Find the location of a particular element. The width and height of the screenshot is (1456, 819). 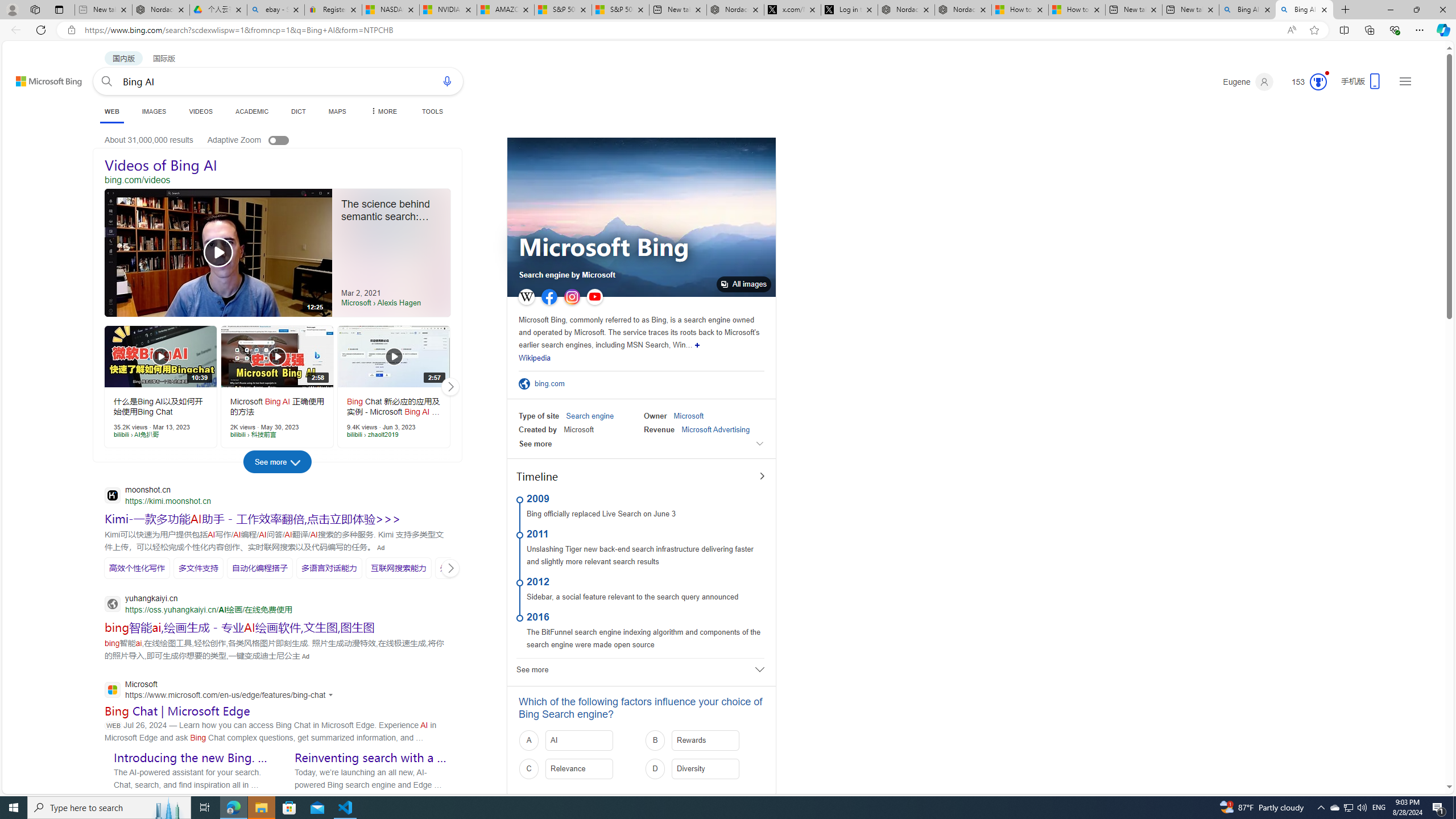

'D Diversity' is located at coordinates (705, 768).